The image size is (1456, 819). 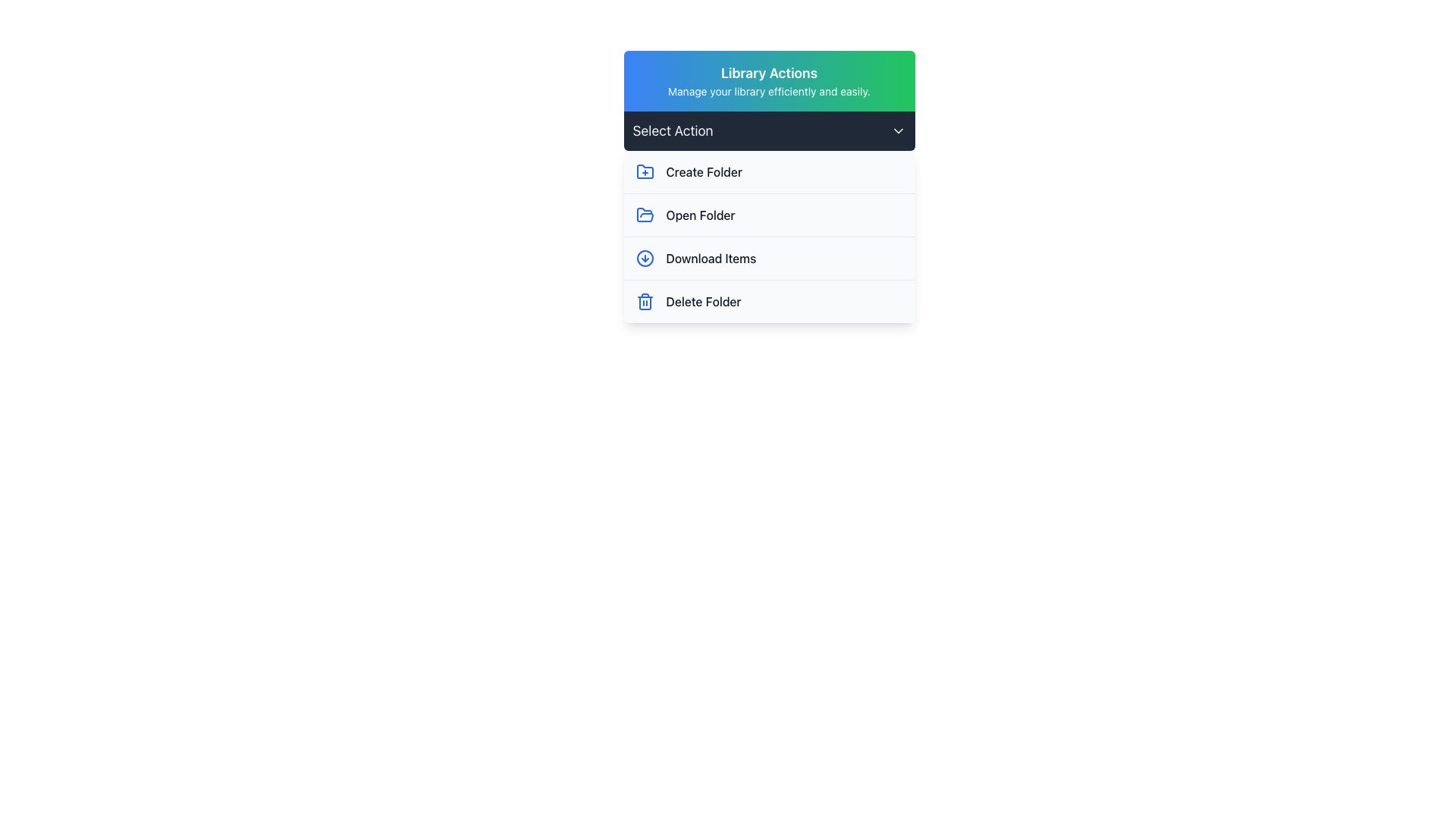 What do you see at coordinates (645, 301) in the screenshot?
I see `the blue trash bin icon located to the left of the 'Delete Folder' text in the menu list to initiate a delete action` at bounding box center [645, 301].